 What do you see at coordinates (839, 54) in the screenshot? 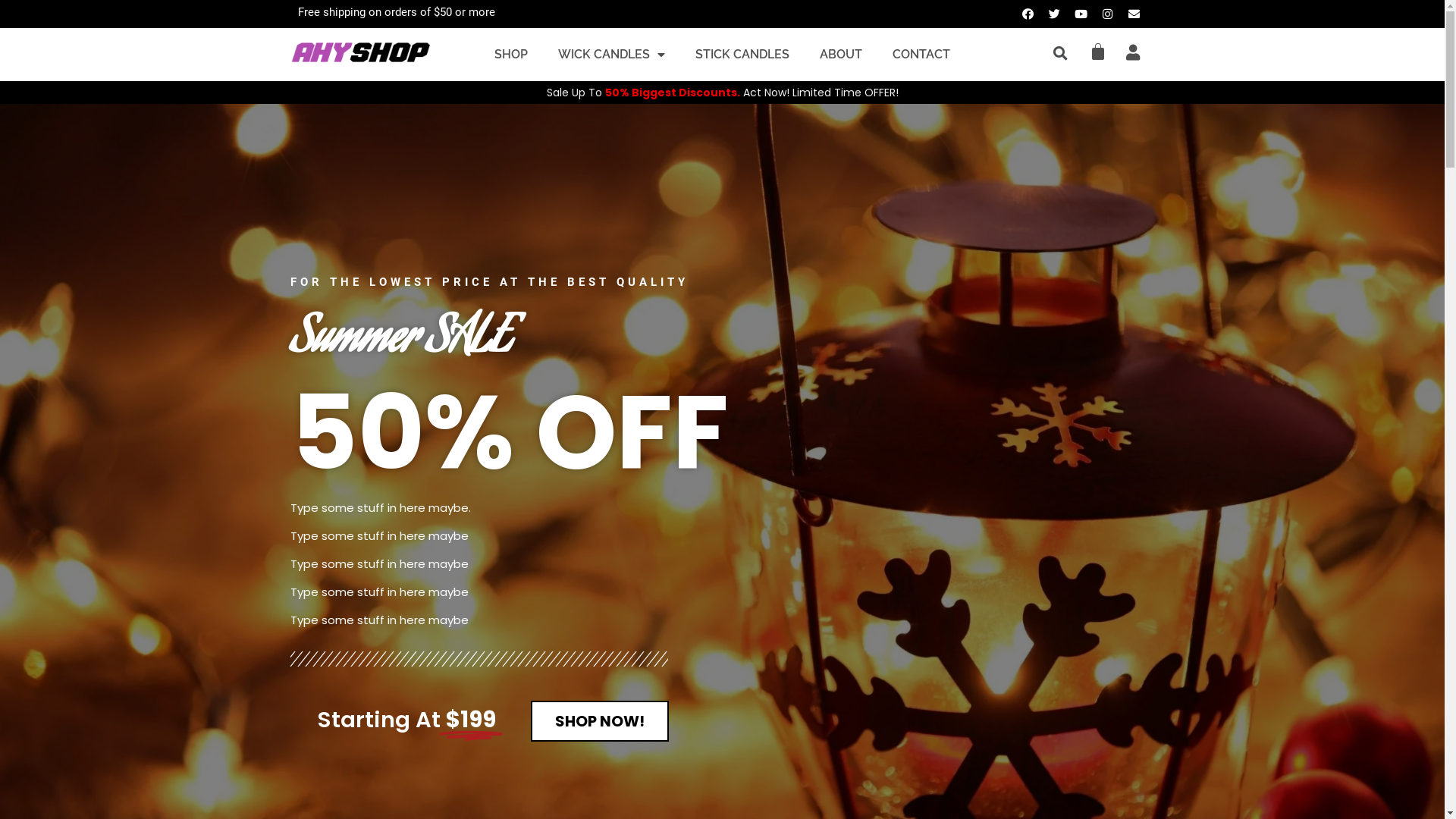
I see `'ABOUT'` at bounding box center [839, 54].